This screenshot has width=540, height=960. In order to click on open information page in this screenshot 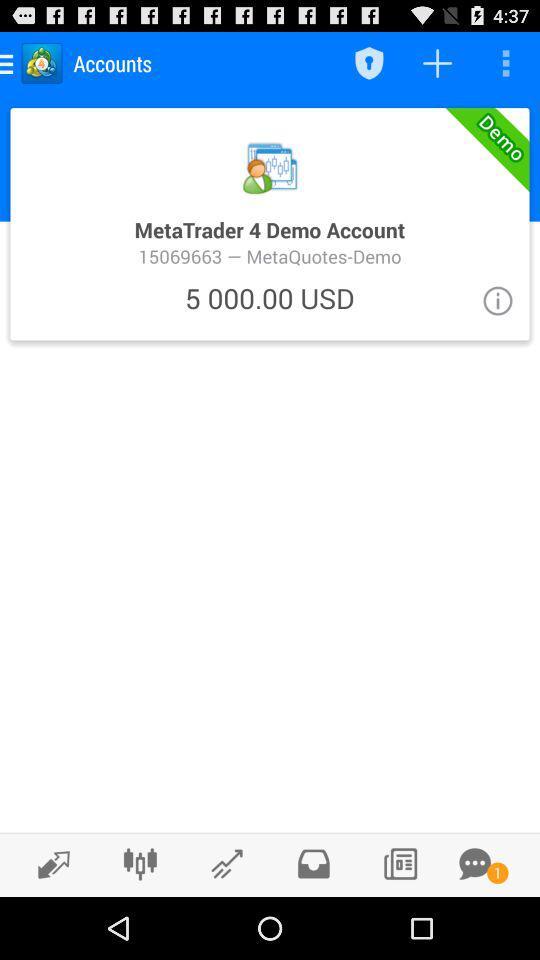, I will do `click(496, 299)`.